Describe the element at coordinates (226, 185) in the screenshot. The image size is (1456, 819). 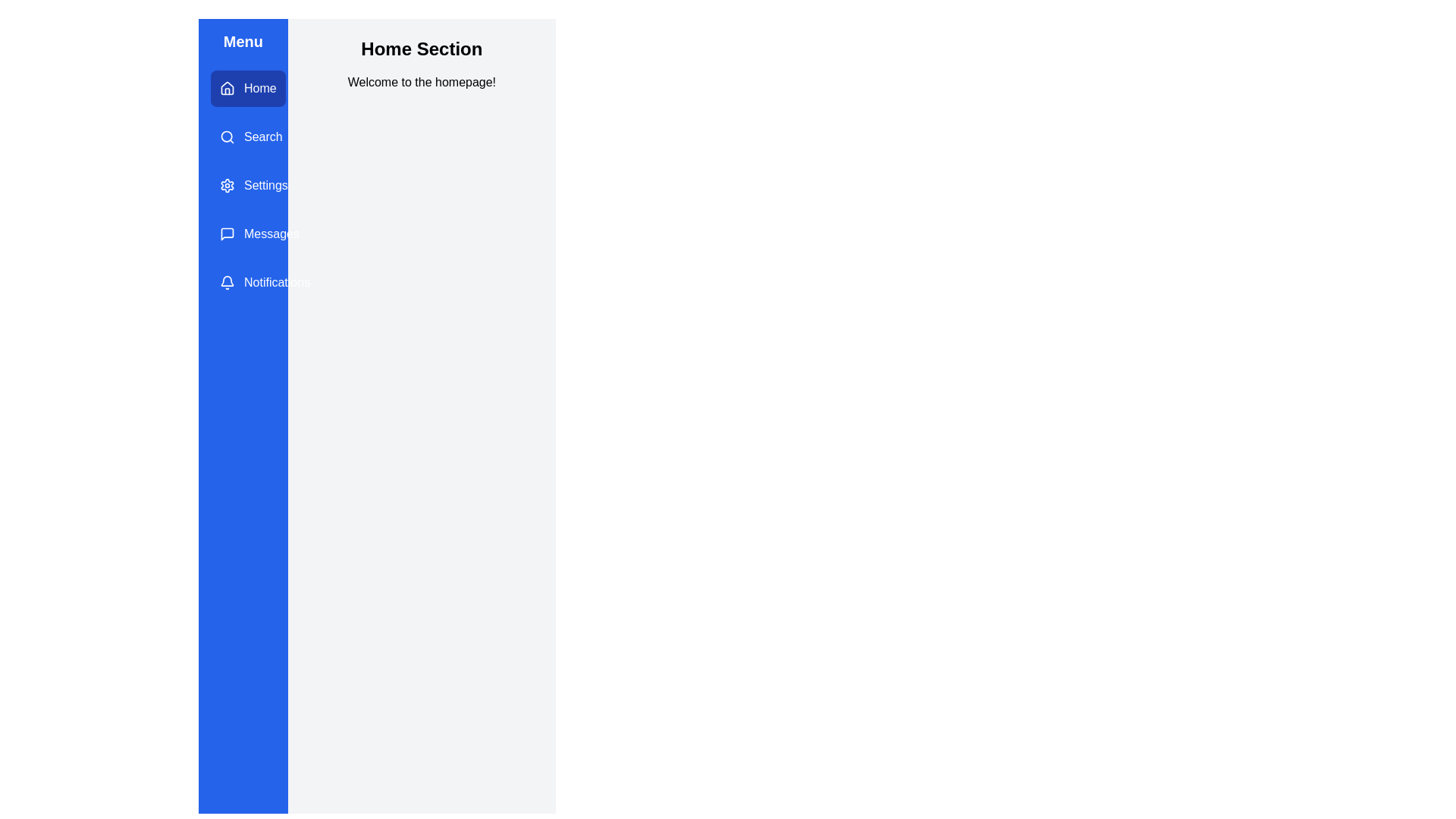
I see `the 'Settings' icon located in the vertical menu on the left side of the application` at that location.